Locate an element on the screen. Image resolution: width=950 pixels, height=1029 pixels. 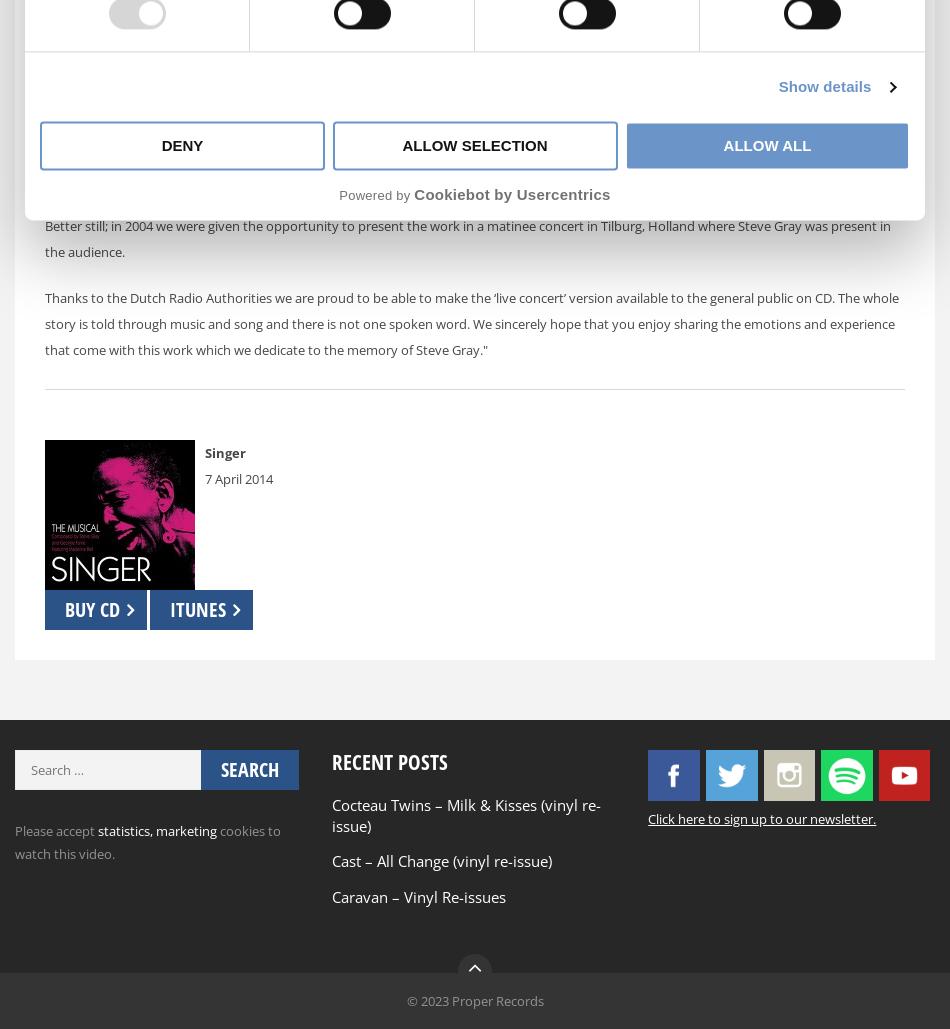
'Cast – All Change (vinyl re-issue)' is located at coordinates (439, 859).